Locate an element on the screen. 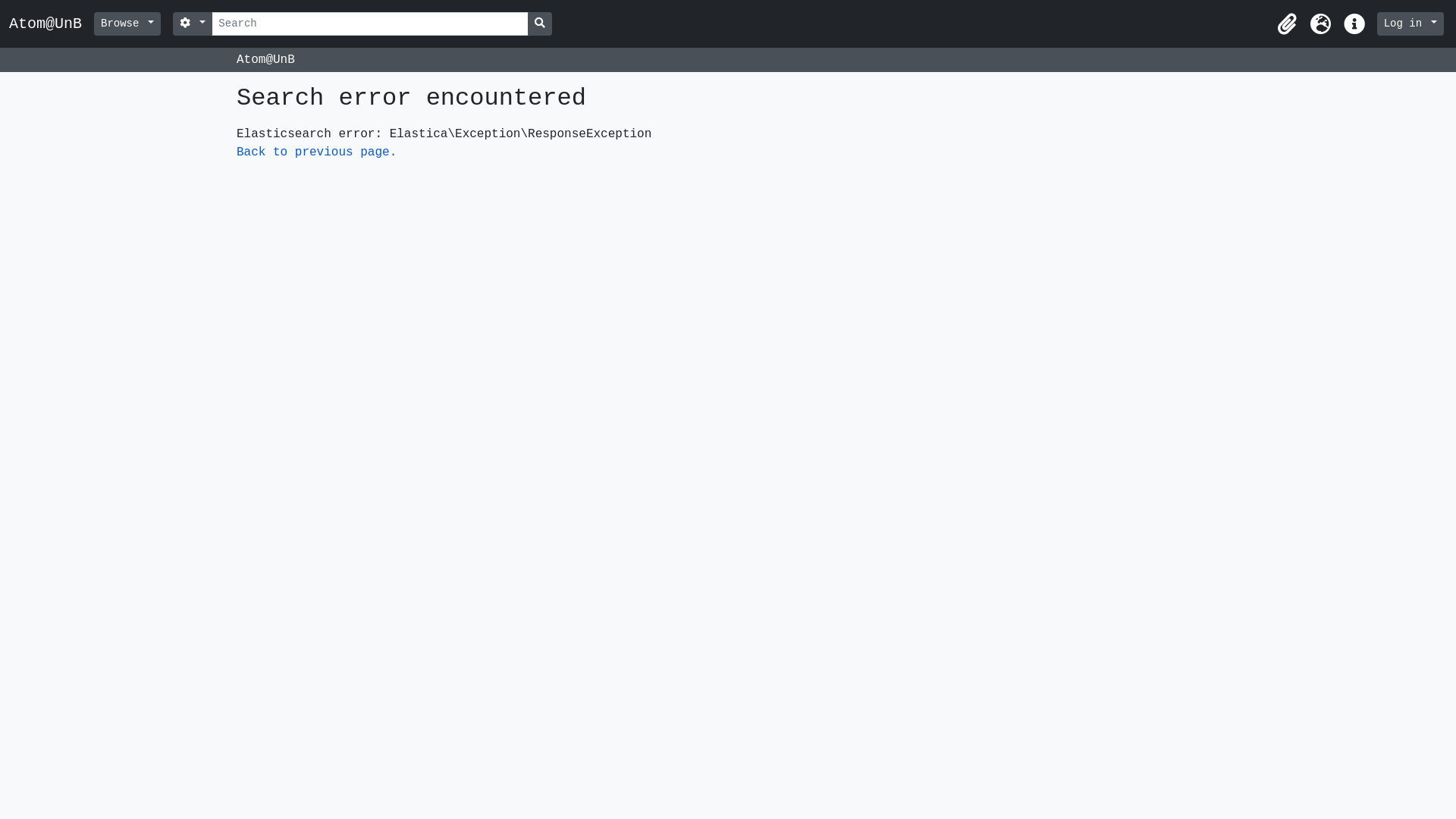 The width and height of the screenshot is (1456, 819). 'Atom@UnB' is located at coordinates (9, 23).